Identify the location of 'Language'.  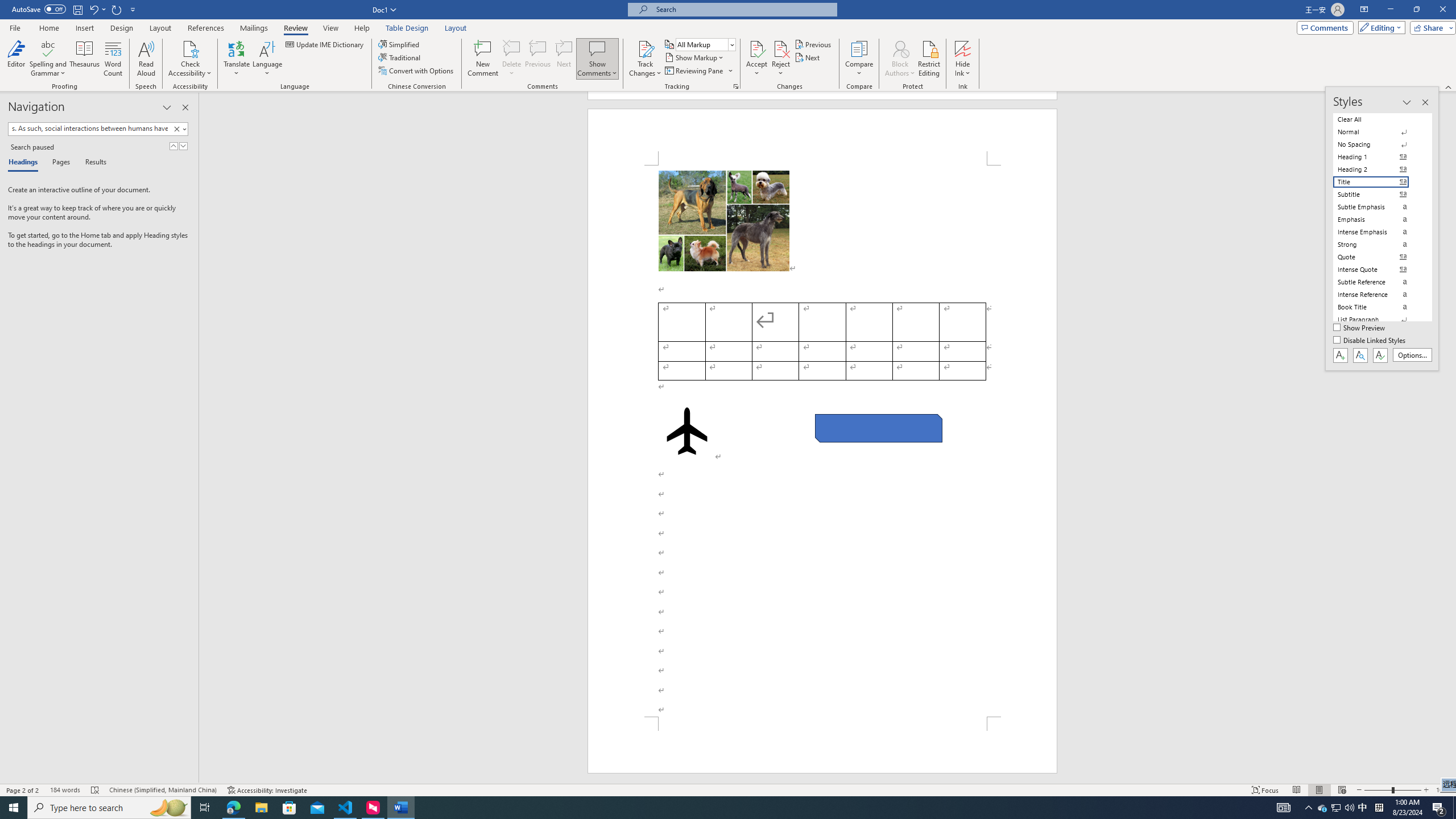
(267, 59).